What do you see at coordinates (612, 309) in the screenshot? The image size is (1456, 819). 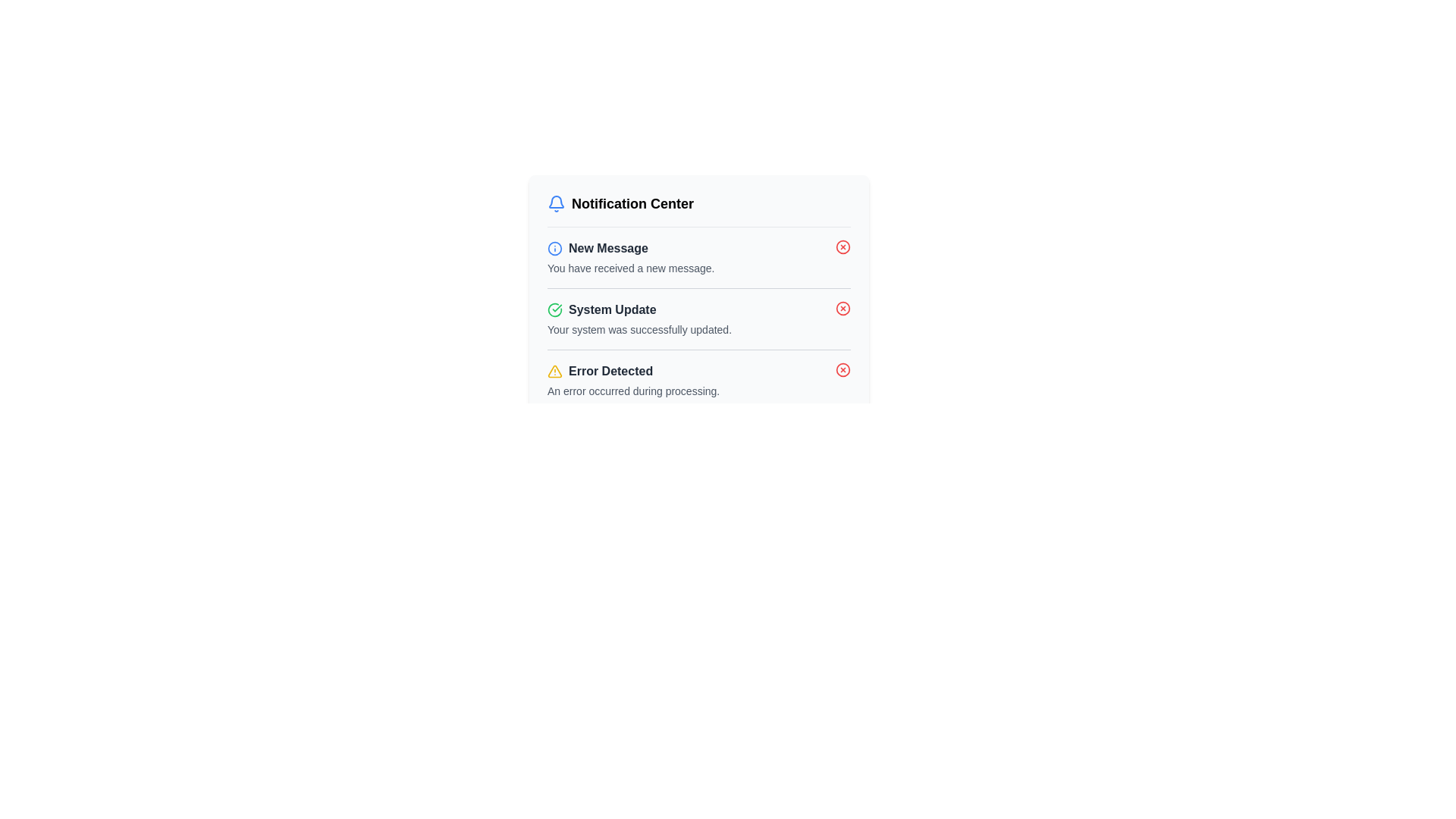 I see `text label indicating a successful system update, which is the second notification title in the list, positioned below 'New Message' and above 'Error Detected', and aligned with a green check icon to its left` at bounding box center [612, 309].